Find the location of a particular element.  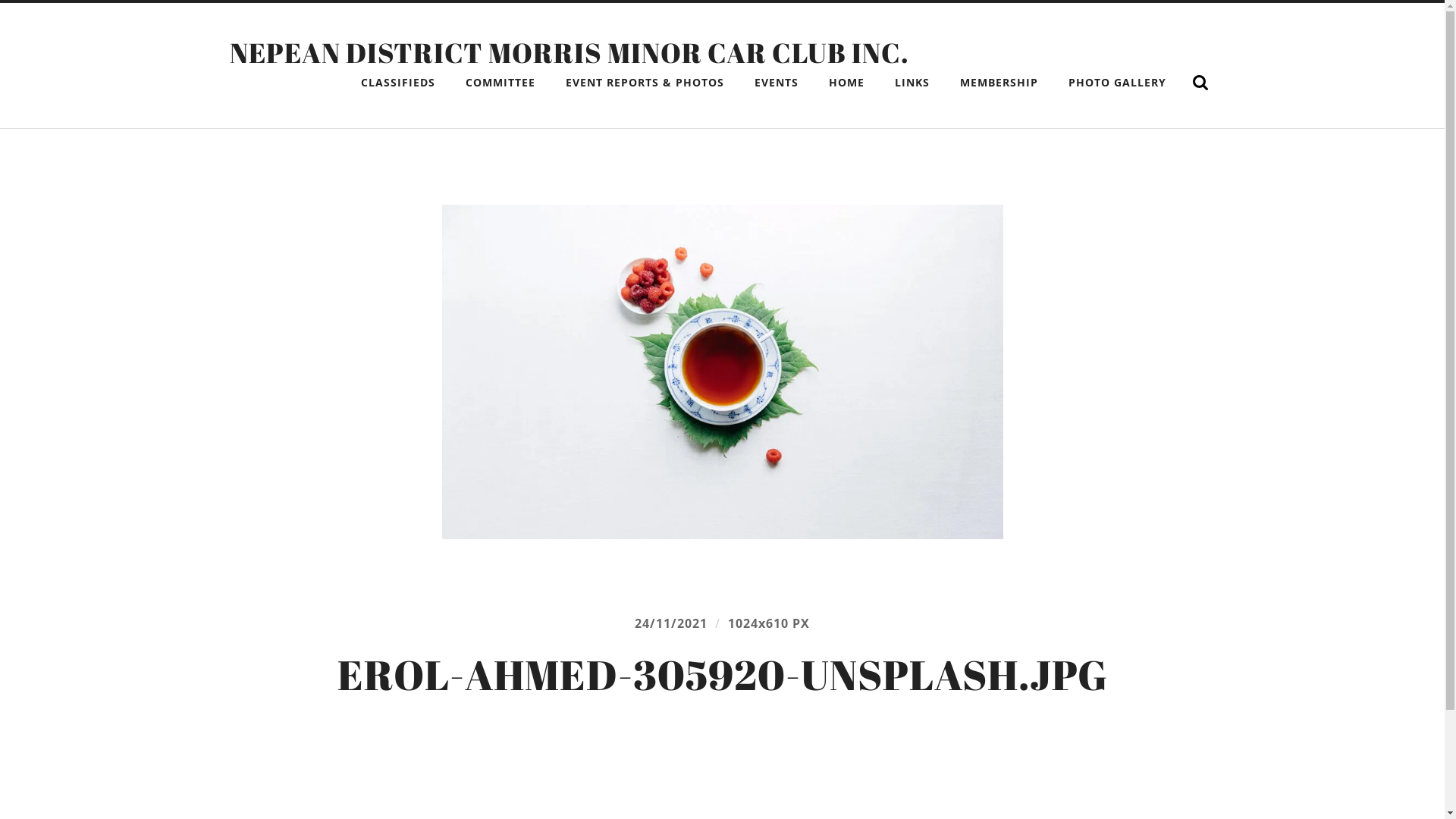

'CLASSIFIEDS' is located at coordinates (397, 82).